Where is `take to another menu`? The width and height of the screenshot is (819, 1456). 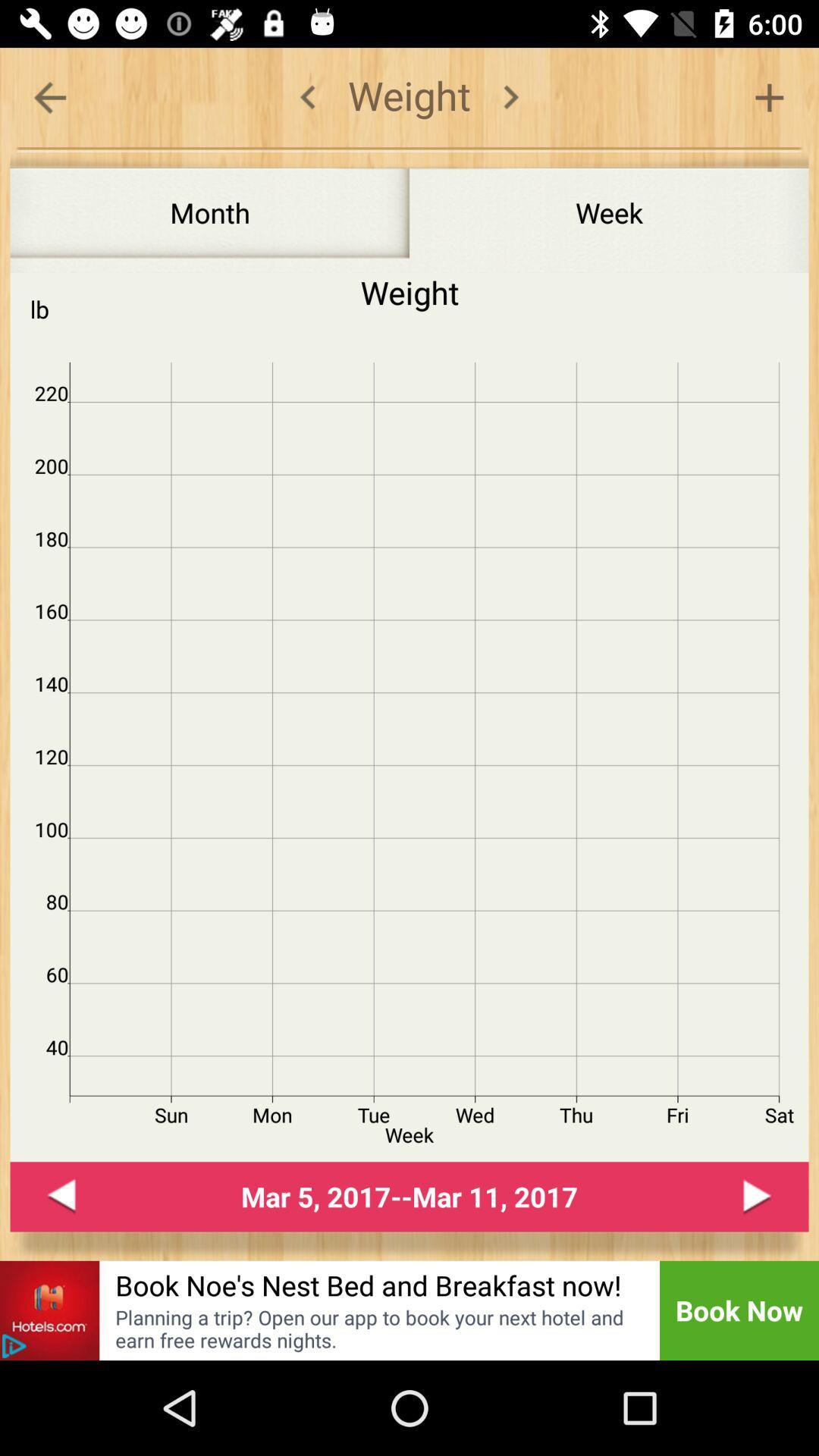
take to another menu is located at coordinates (49, 96).